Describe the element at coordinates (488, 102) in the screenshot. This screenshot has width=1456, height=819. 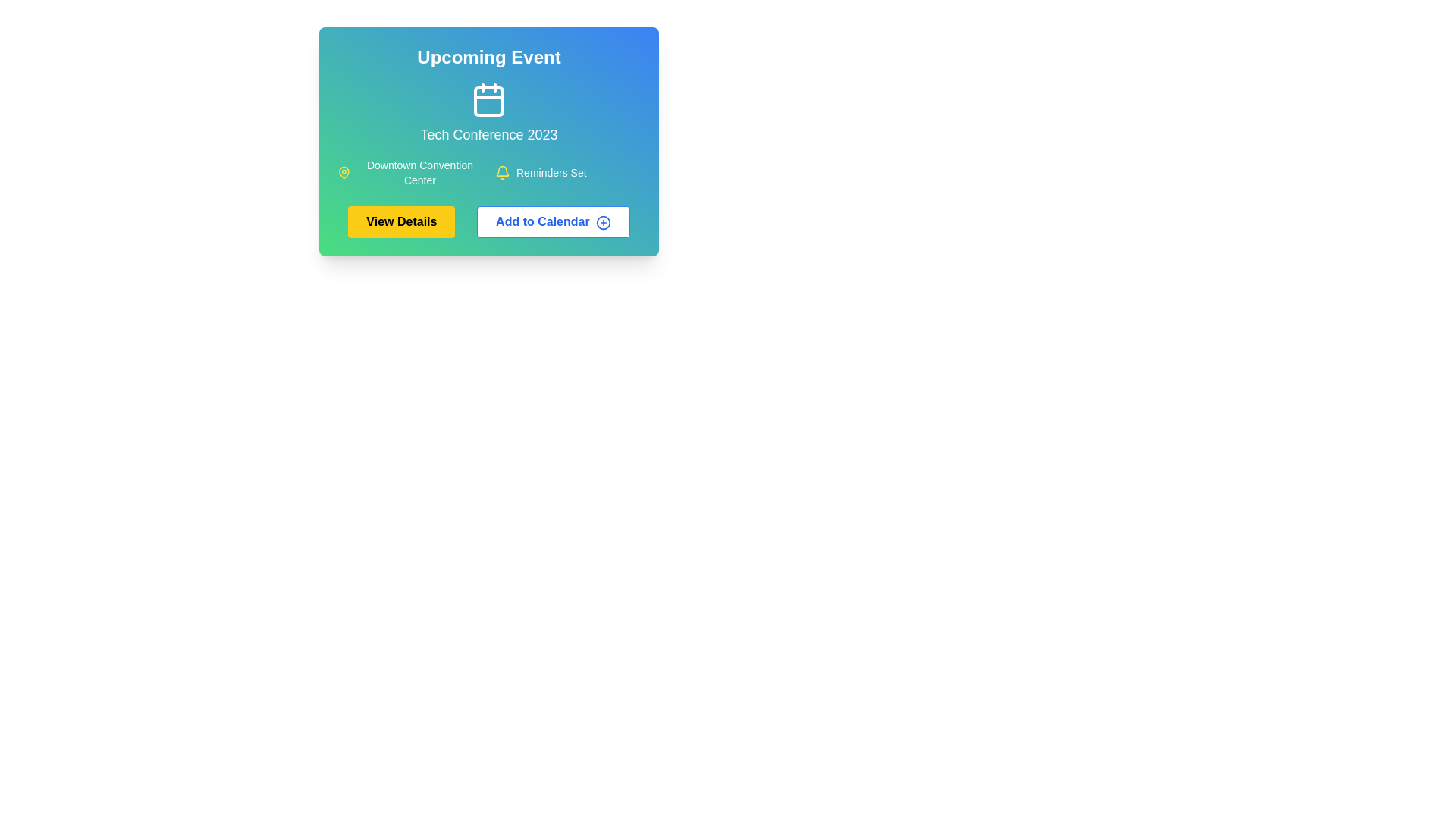
I see `the decorative graphical element that is centrally located within the calendar icon at the top-center of the 'Upcoming Event' card` at that location.